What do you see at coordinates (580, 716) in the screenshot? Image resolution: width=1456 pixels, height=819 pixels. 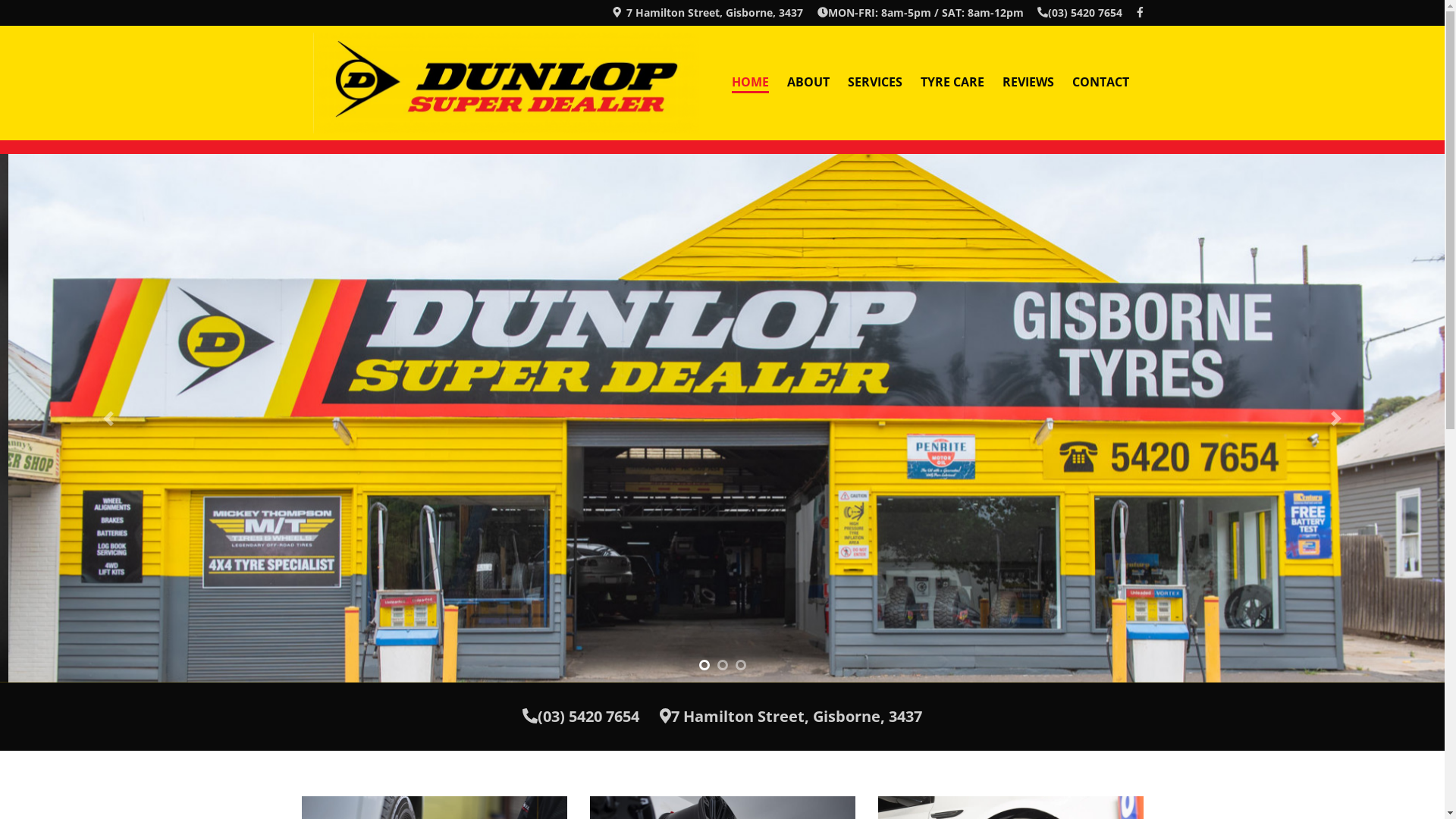 I see `'(03) 5420 7654'` at bounding box center [580, 716].